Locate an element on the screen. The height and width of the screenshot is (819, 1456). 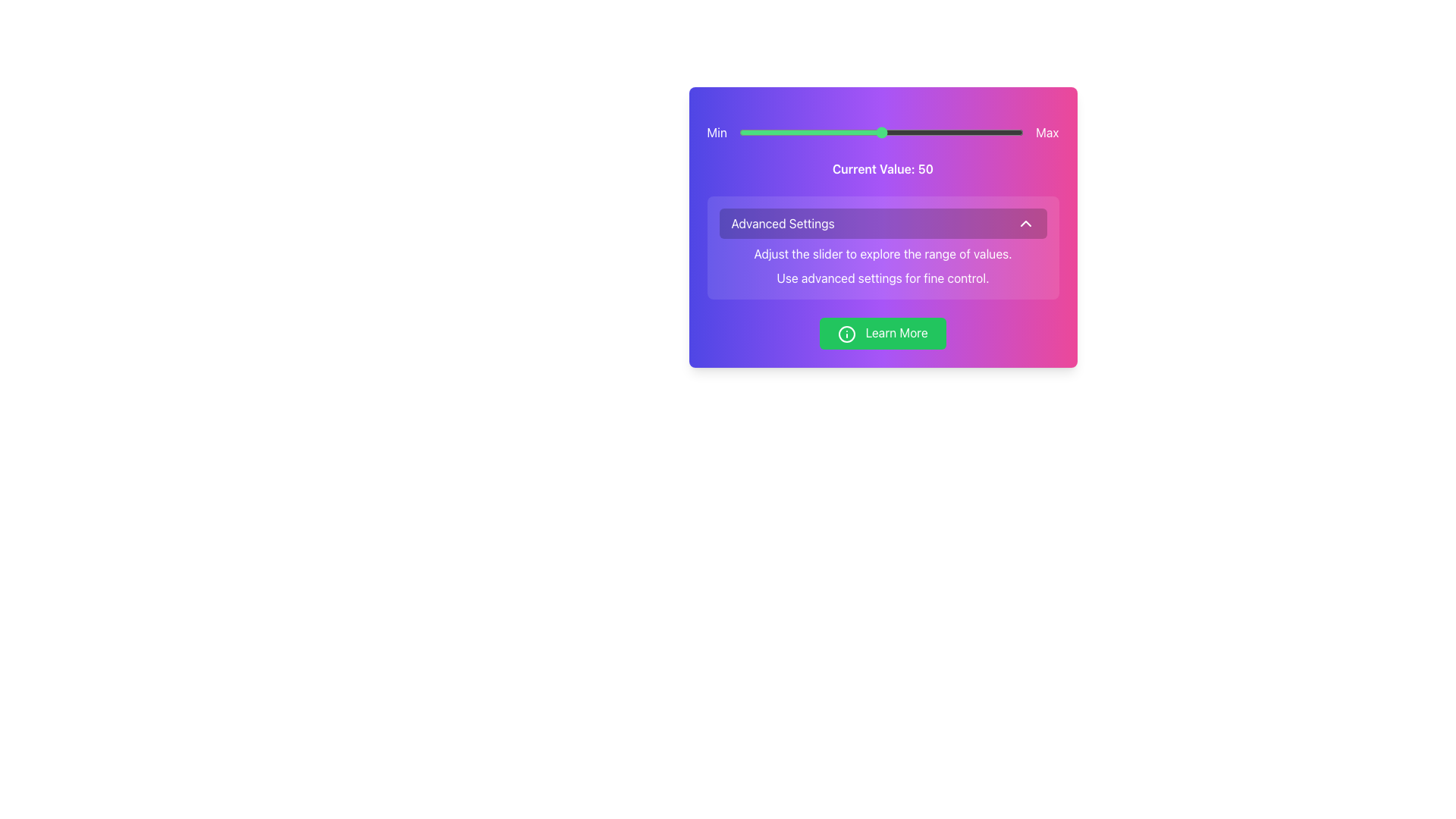
the value of the slider is located at coordinates (963, 131).